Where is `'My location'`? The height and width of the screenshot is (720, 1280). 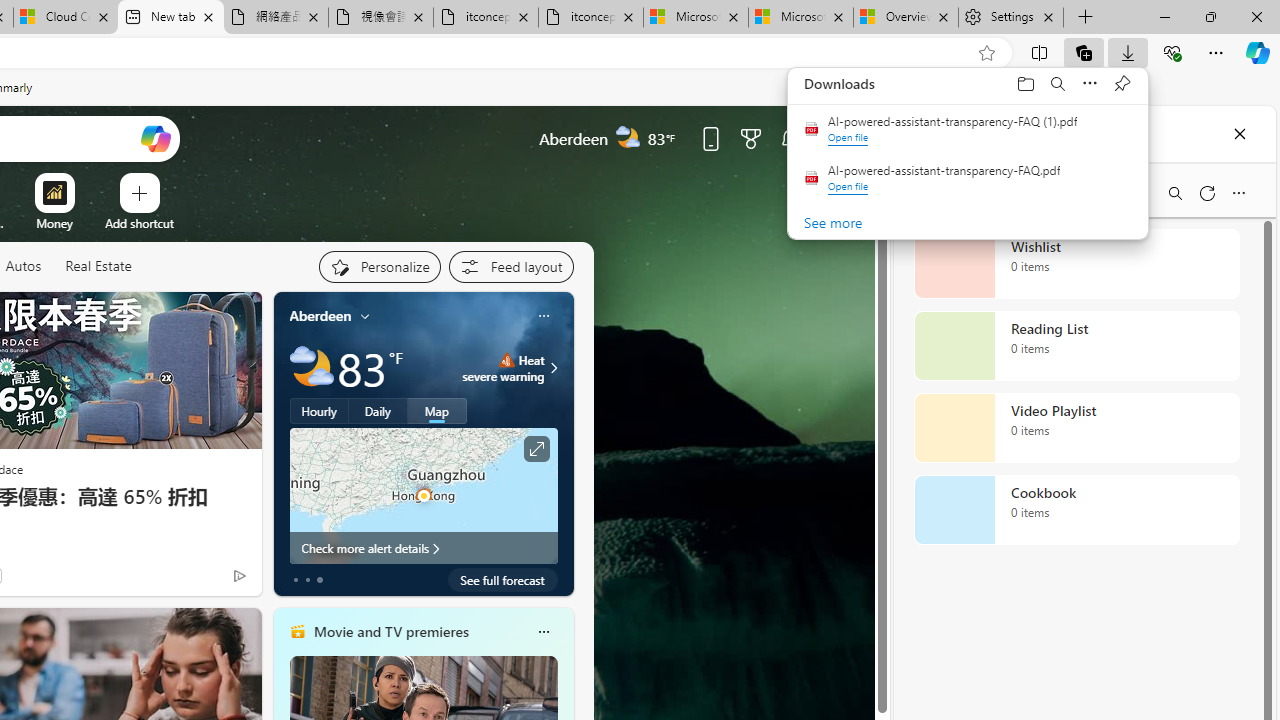 'My location' is located at coordinates (365, 315).